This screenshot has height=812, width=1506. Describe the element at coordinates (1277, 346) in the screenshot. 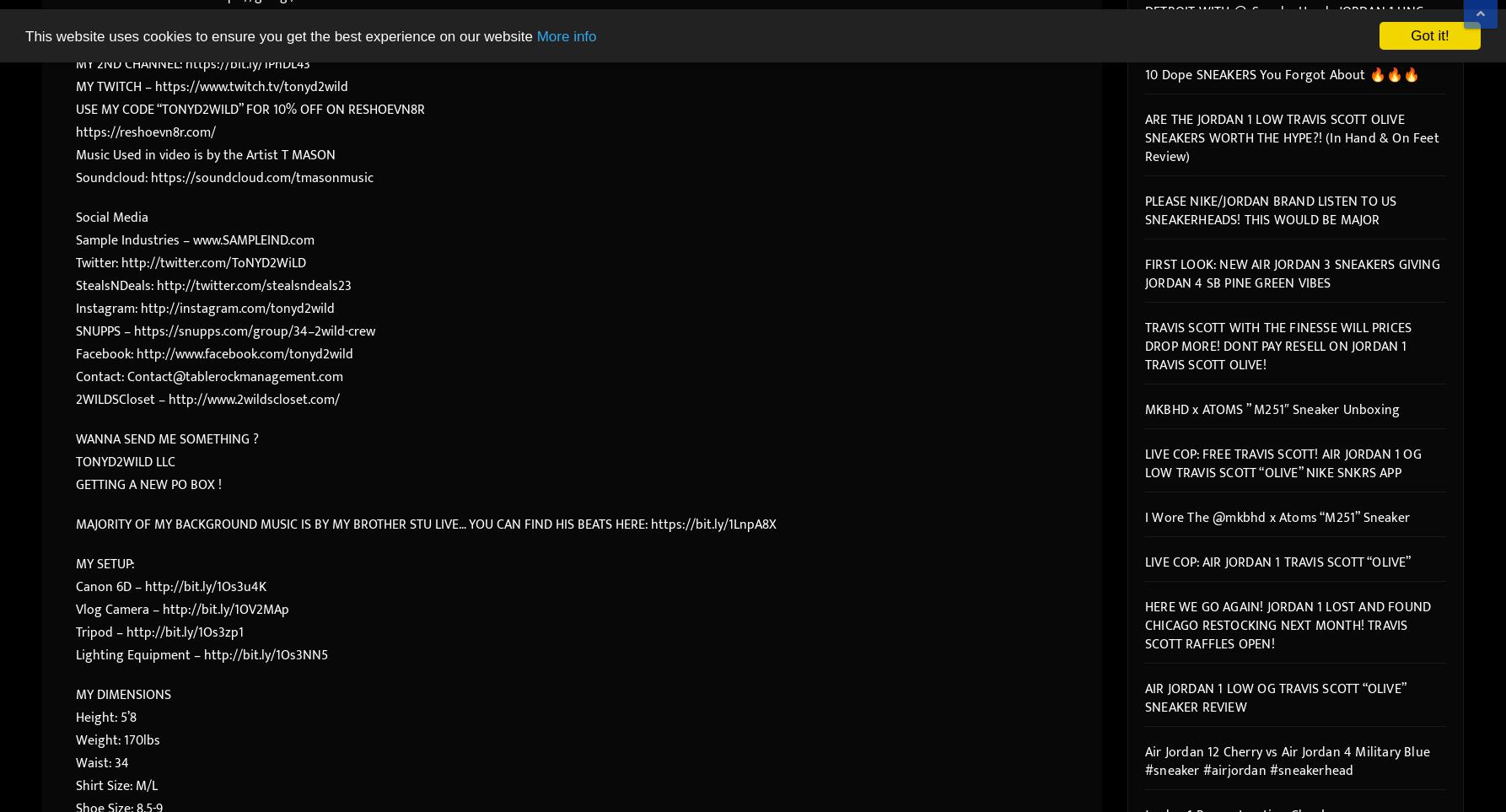

I see `'TRAVIS SCOTT WITH THE FINESSE WILL PRICES DROP MORE! DONT PAY RESELL ON JORDAN 1 TRAVIS SCOTT OLIVE!'` at that location.